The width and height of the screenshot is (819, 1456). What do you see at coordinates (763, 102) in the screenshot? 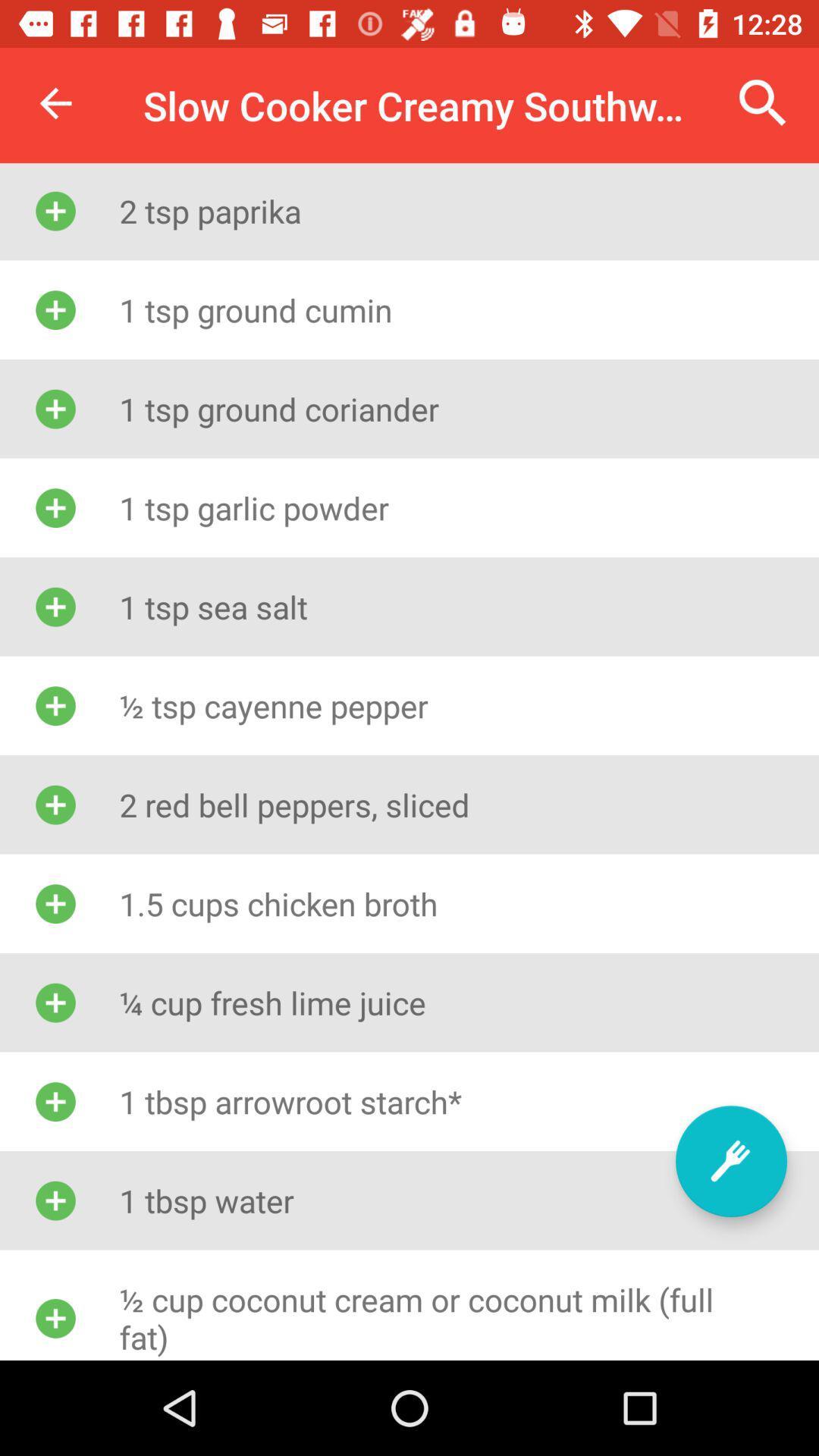
I see `the icon at the top right corner` at bounding box center [763, 102].